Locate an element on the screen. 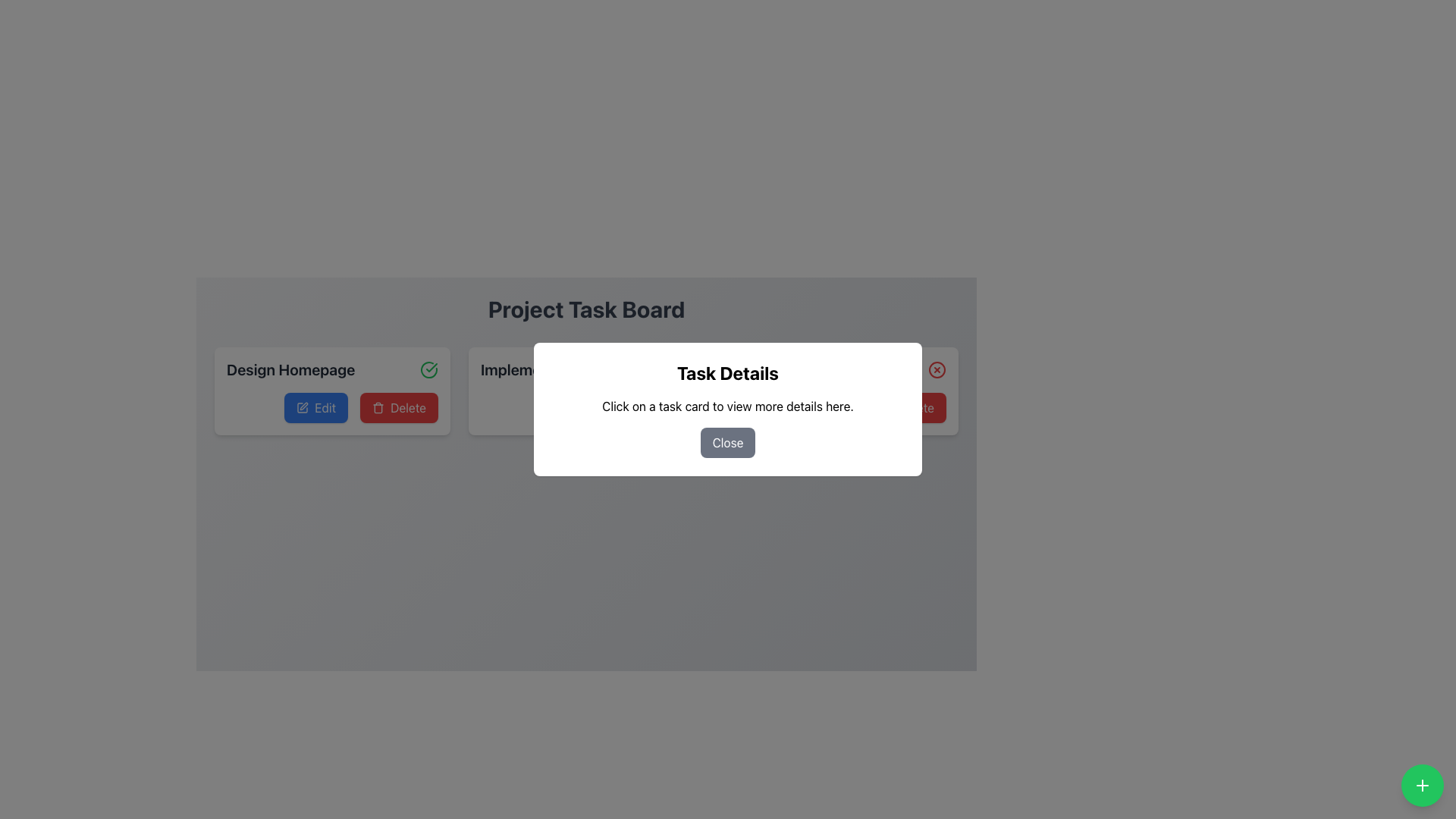  the red 'Delete' button containing the trash icon is located at coordinates (378, 406).